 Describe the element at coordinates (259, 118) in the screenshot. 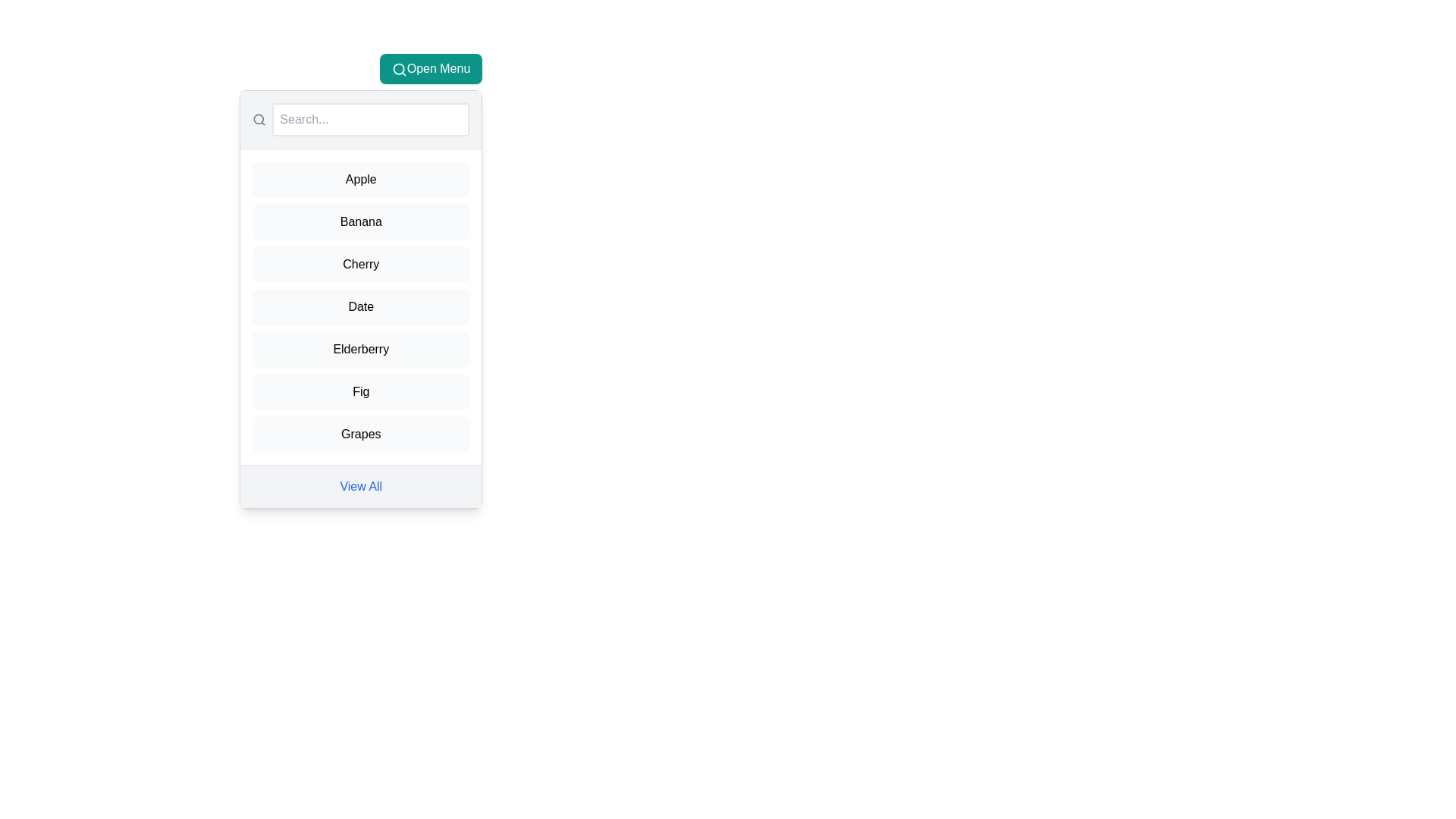

I see `the circular part of the search magnifier icon, which is centered within a 24x24 SVG graphic located above the search input field` at that location.